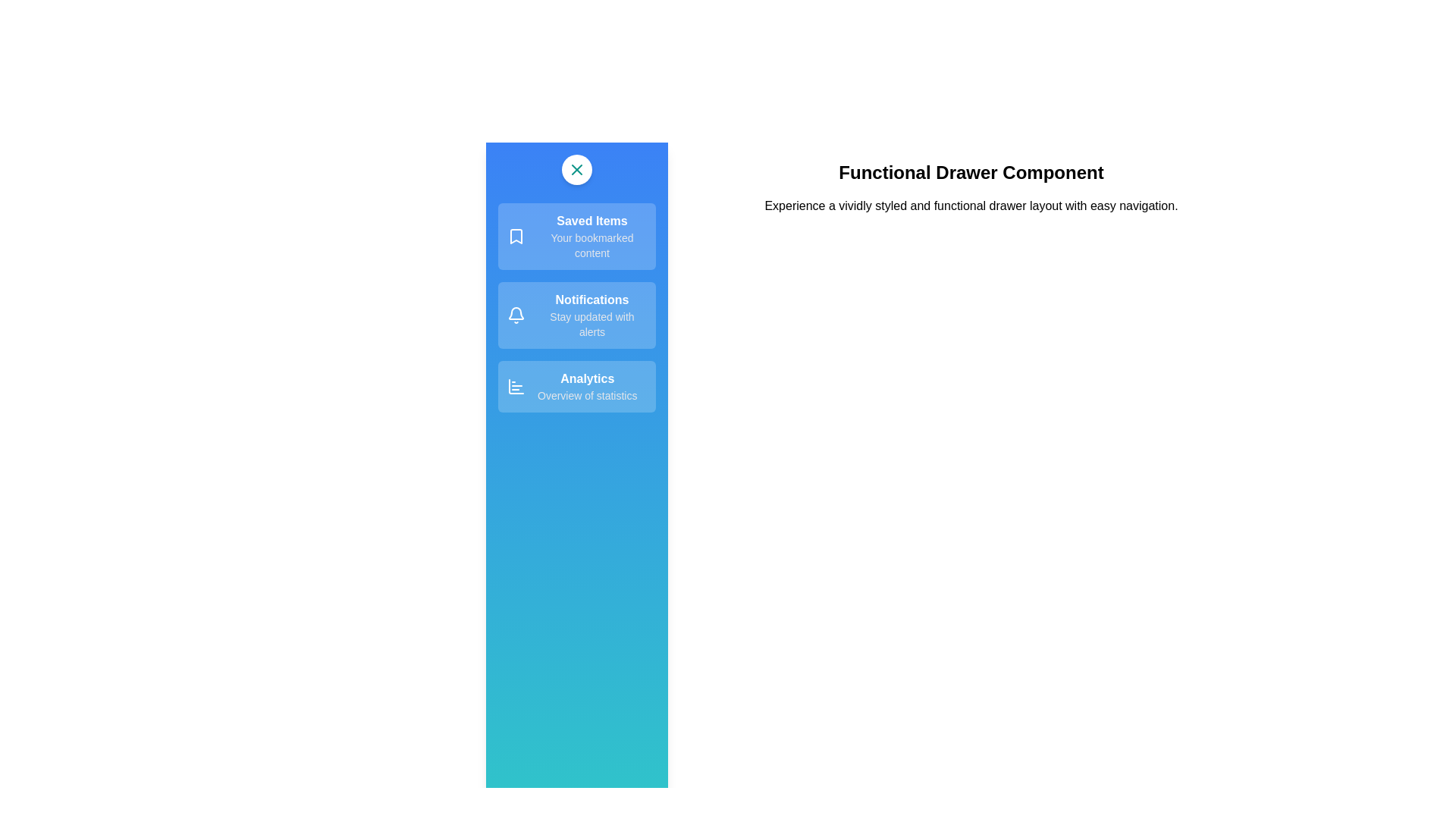 This screenshot has width=1456, height=819. I want to click on the 'Analytics' section to select it, so click(576, 385).